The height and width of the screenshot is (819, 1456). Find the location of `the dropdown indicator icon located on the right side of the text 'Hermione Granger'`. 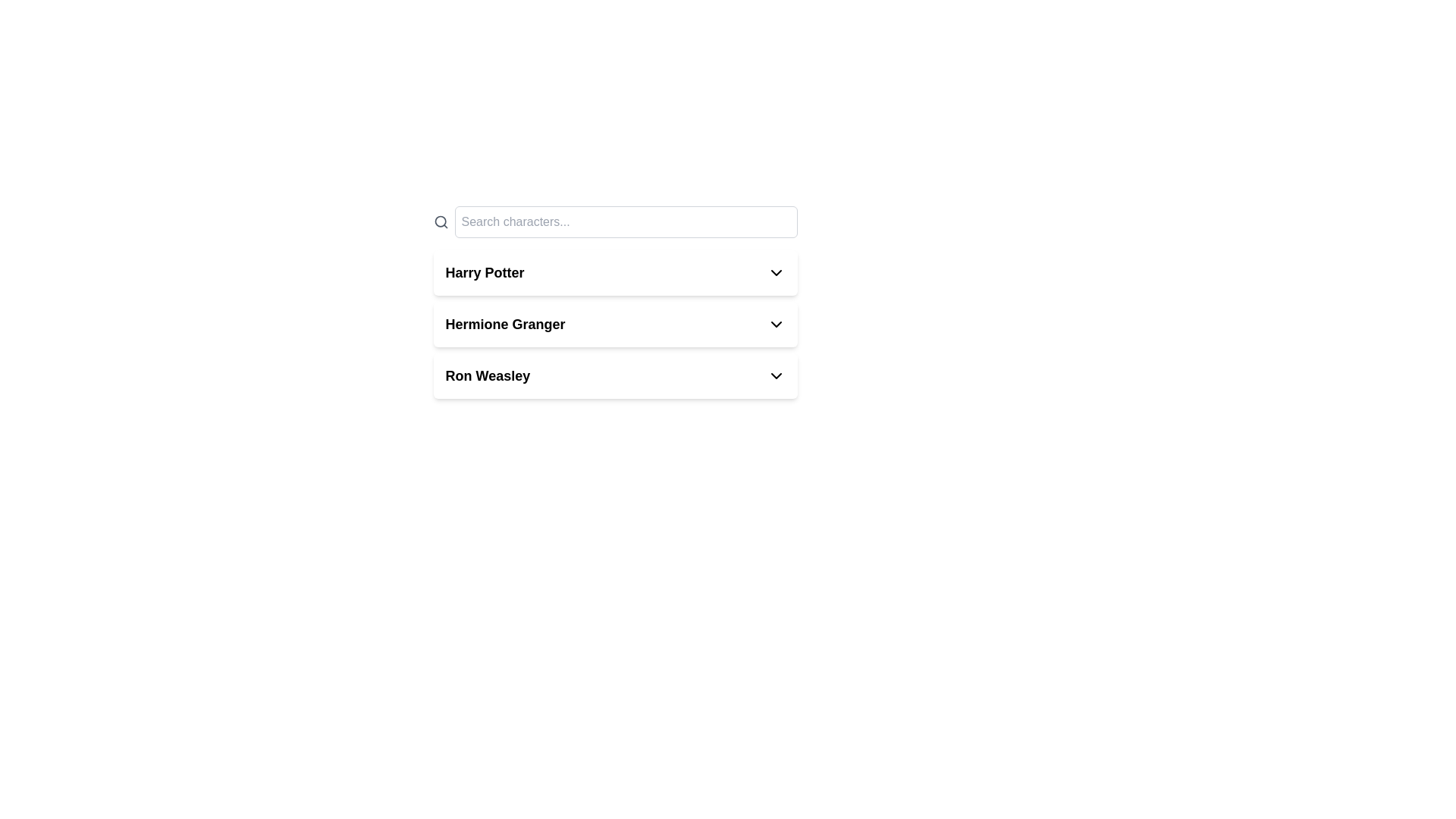

the dropdown indicator icon located on the right side of the text 'Hermione Granger' is located at coordinates (776, 324).